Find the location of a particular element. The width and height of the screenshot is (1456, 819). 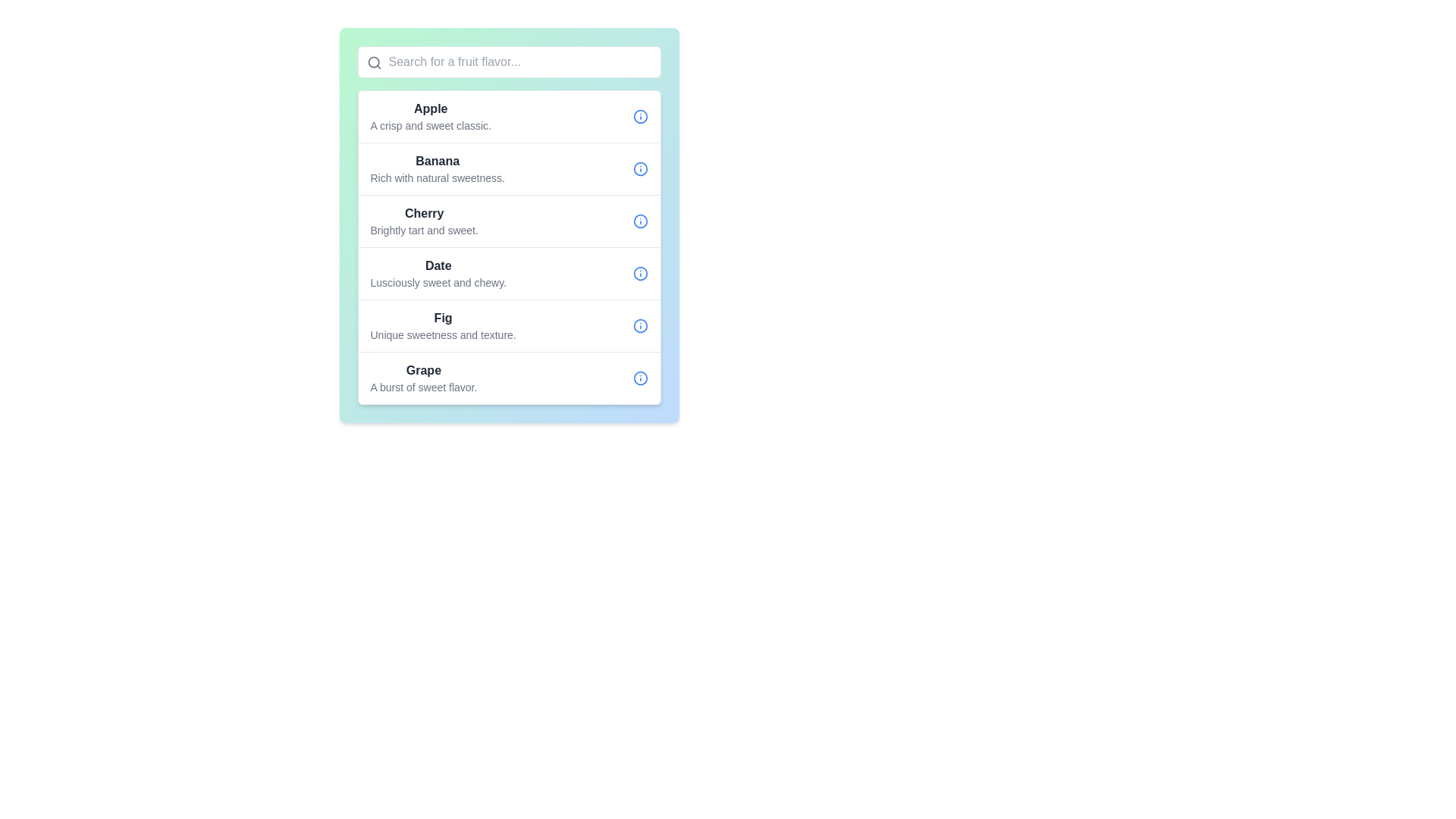

the text element that states 'A burst of sweet flavor.' located directly below the bold title 'Grape' in the fruit flavor descriptions list is located at coordinates (423, 386).